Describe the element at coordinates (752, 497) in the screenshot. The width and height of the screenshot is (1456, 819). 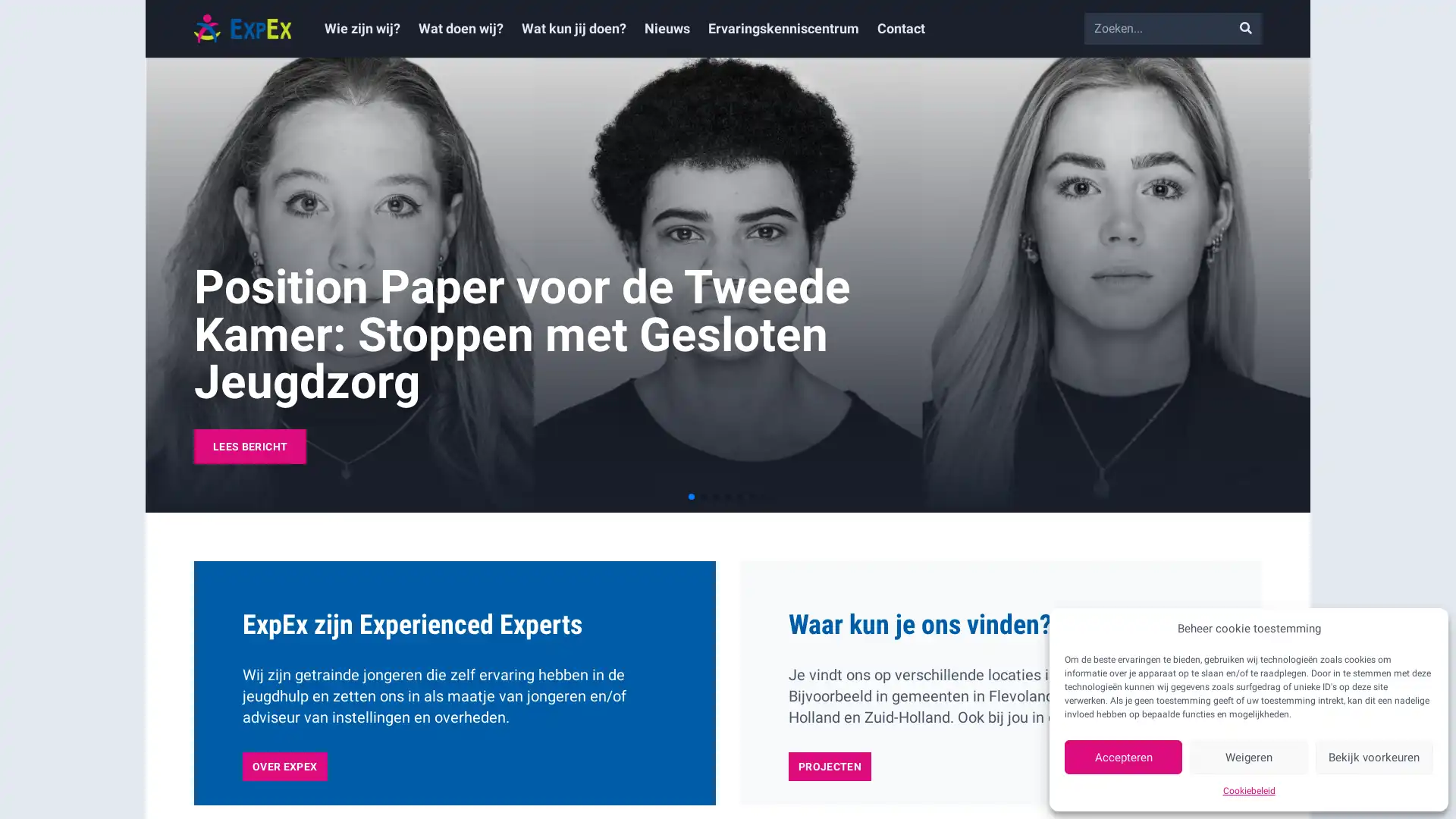
I see `Go to slide 6` at that location.